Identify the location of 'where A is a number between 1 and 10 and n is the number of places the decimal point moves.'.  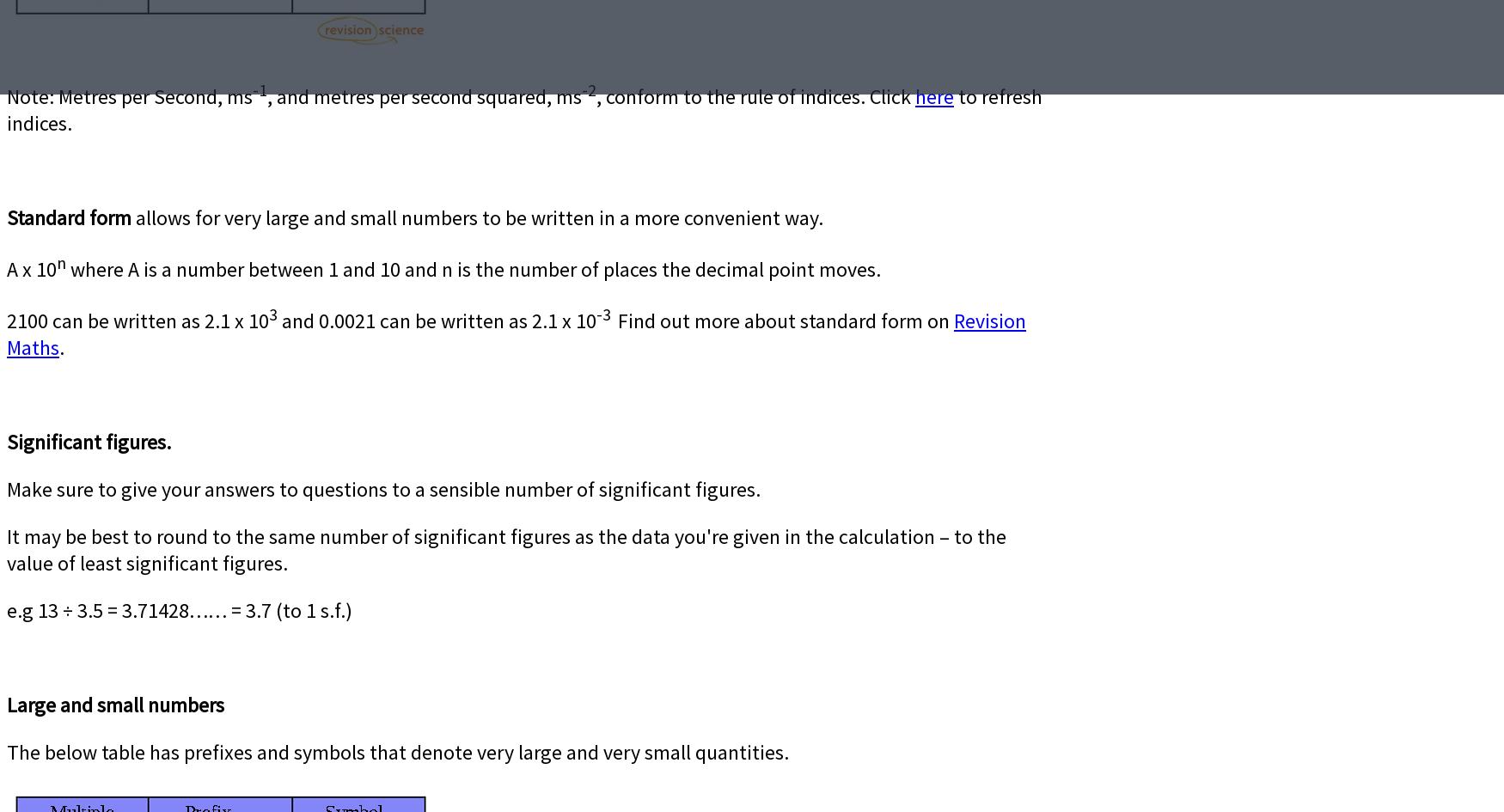
(473, 269).